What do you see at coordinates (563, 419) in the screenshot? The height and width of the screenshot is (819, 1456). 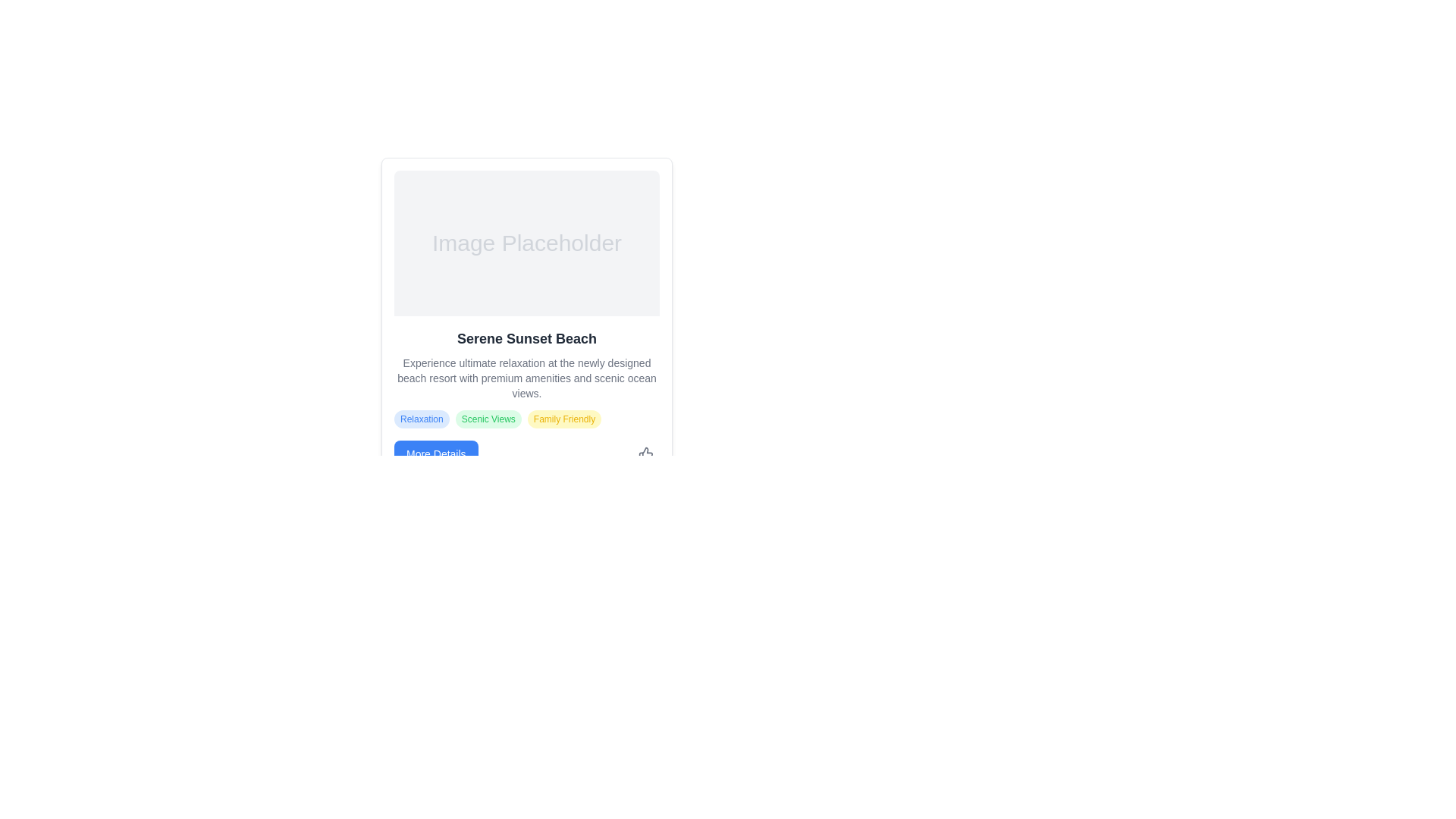 I see `the 'Family Friendly' tag, which is the third item in a horizontal list of descriptive tags under the property section 'Serene Sunset Beach'` at bounding box center [563, 419].